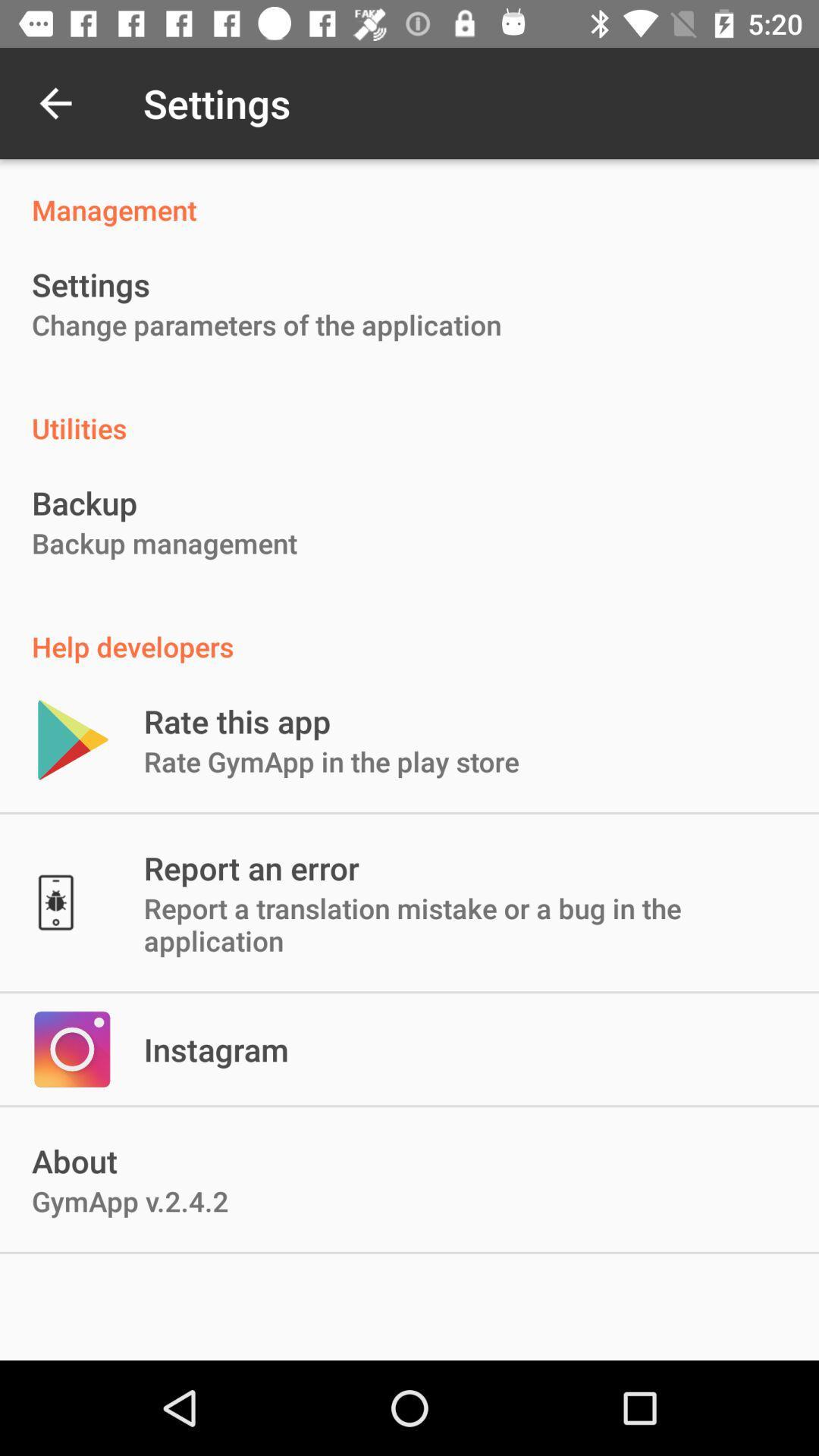  What do you see at coordinates (55, 102) in the screenshot?
I see `the item to the left of the settings app` at bounding box center [55, 102].